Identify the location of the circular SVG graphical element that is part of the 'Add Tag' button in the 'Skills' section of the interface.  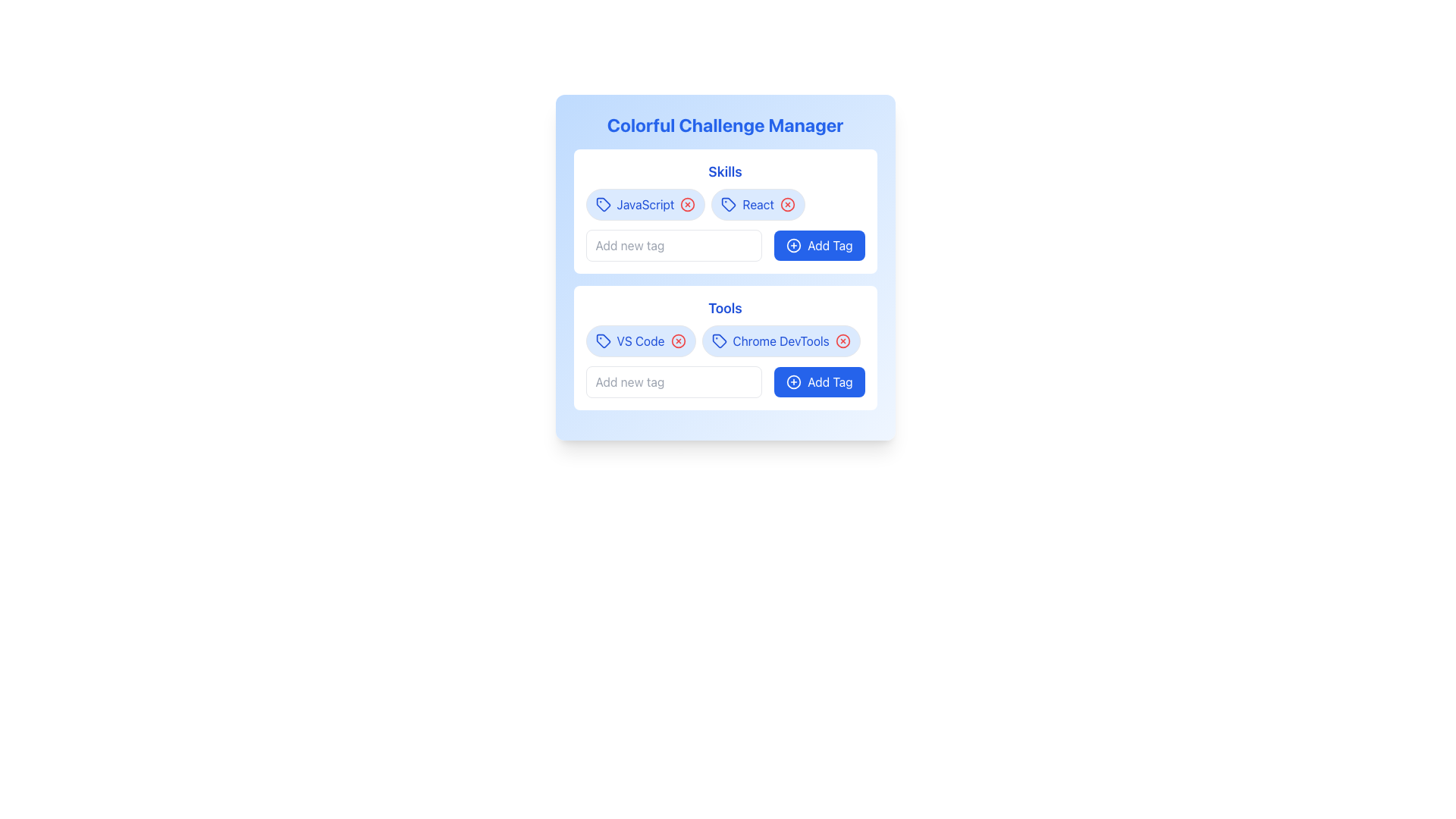
(793, 245).